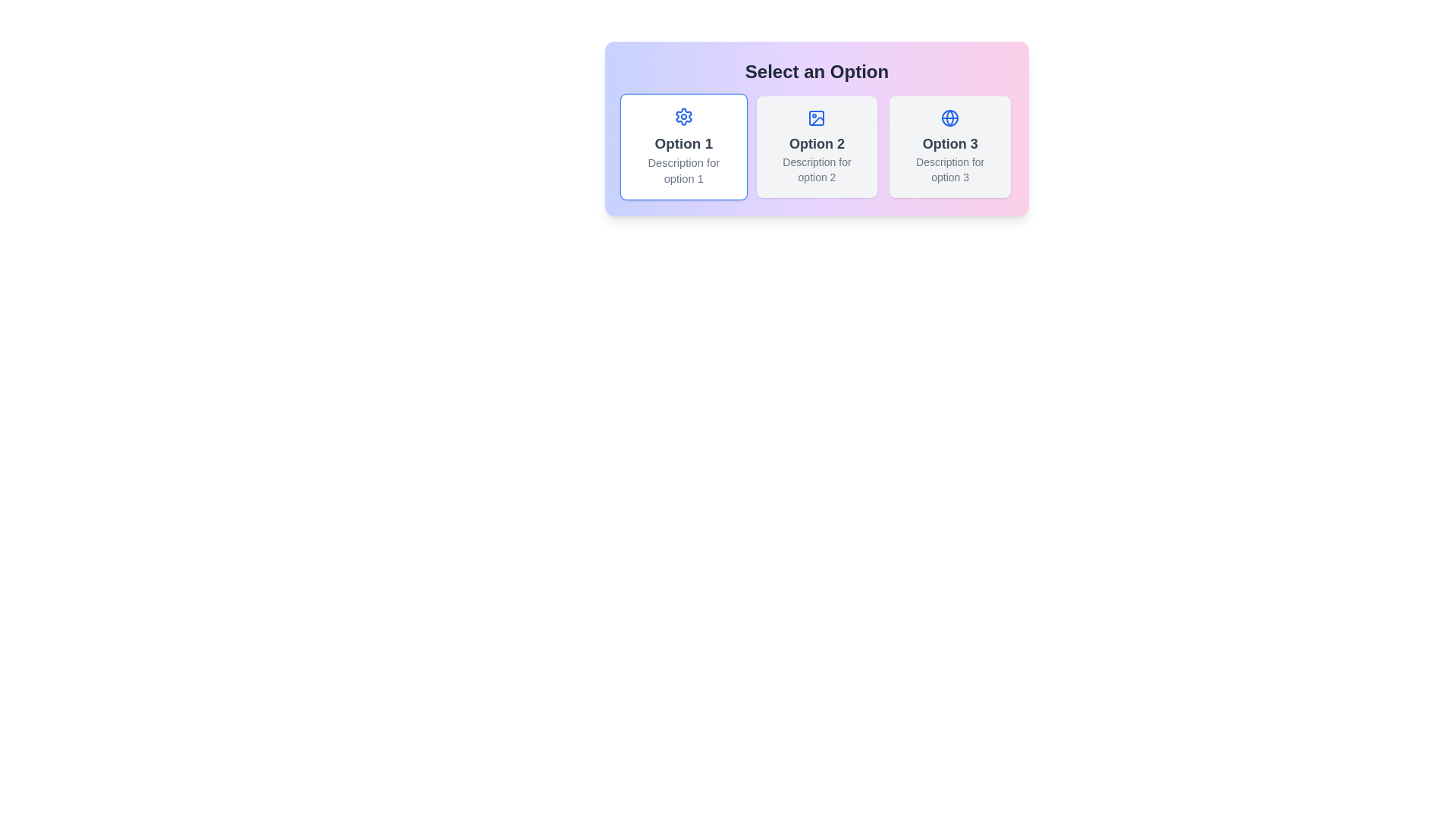  I want to click on the circular outline with a blue stroke within the globe icon, which is the third option in the horizontally arranged selection menu, so click(949, 117).